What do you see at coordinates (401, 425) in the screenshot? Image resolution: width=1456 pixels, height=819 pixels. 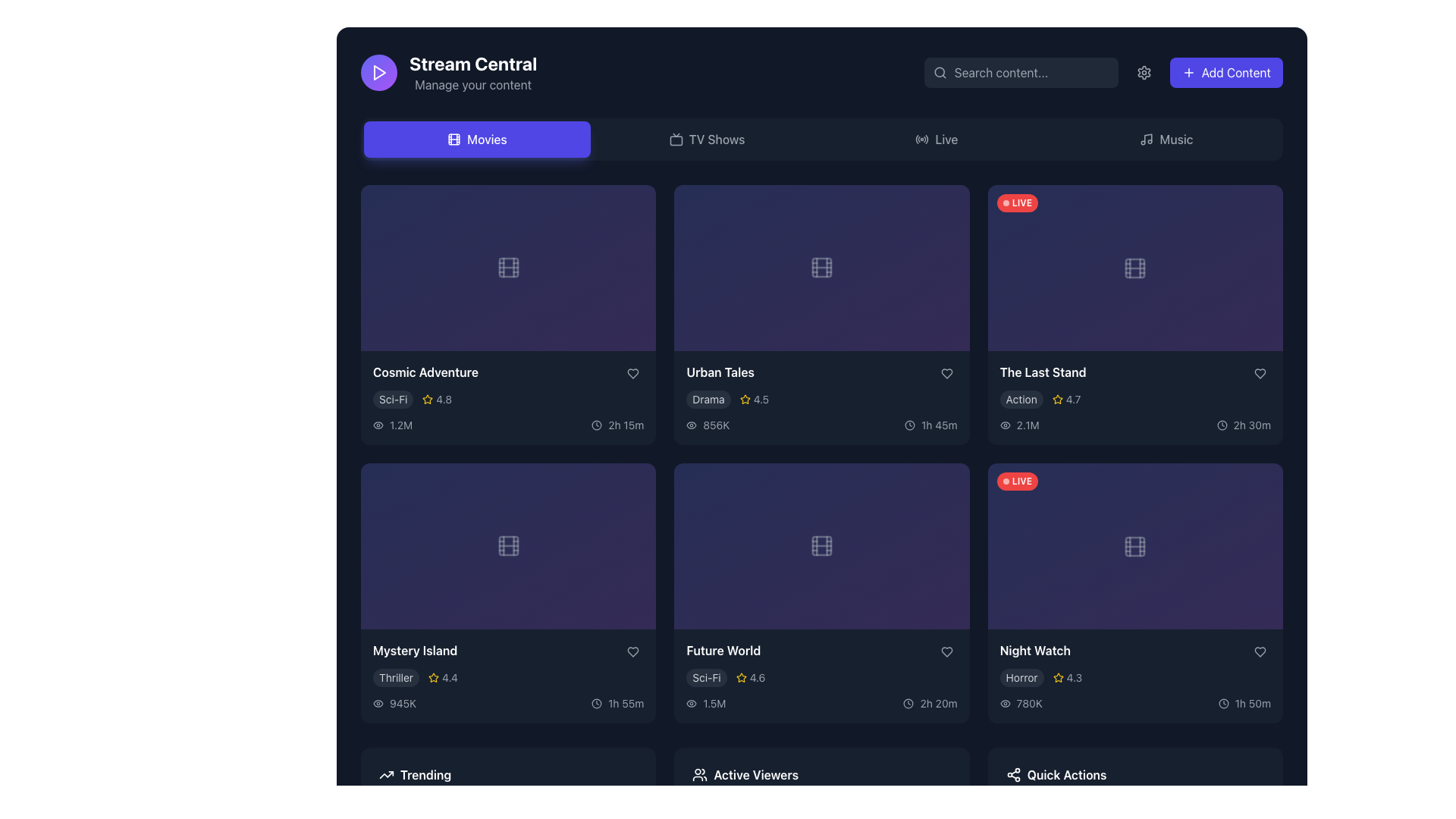 I see `the static text displaying the view count '1.2M' located in the bottom left panel of the item labeled 'Cosmic Adventure'` at bounding box center [401, 425].